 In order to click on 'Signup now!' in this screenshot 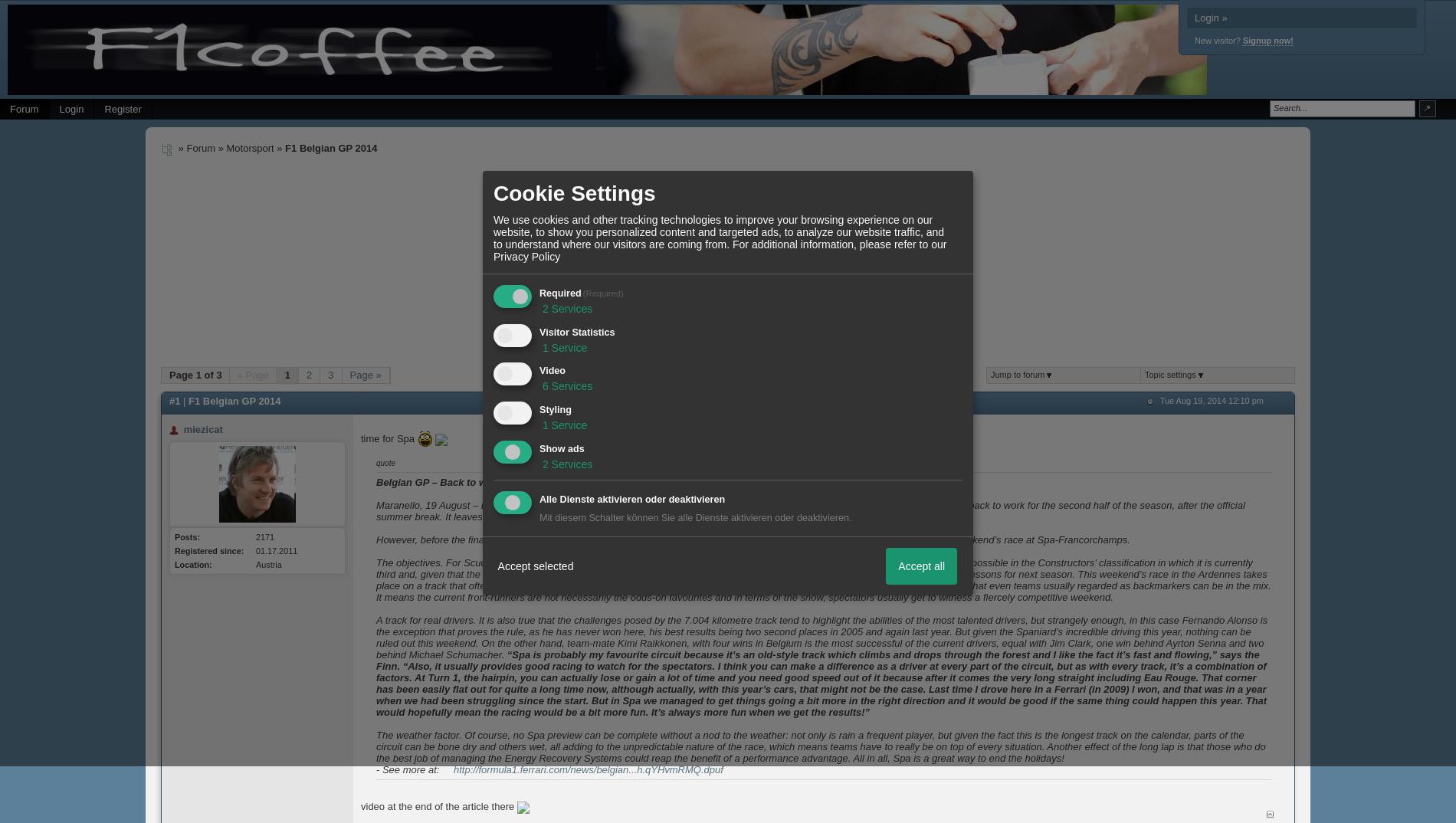, I will do `click(1267, 39)`.